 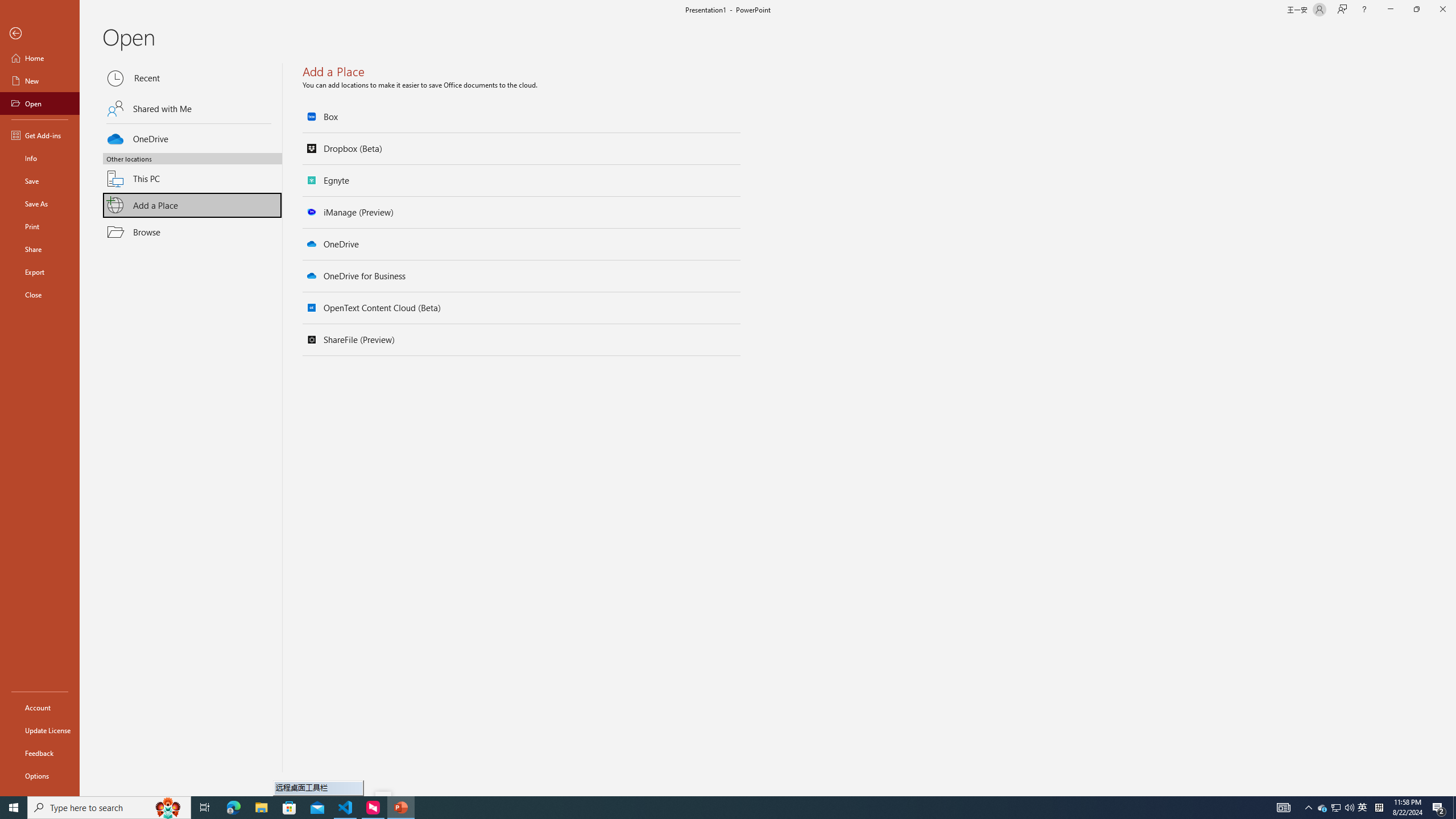 I want to click on 'New', so click(x=39, y=80).